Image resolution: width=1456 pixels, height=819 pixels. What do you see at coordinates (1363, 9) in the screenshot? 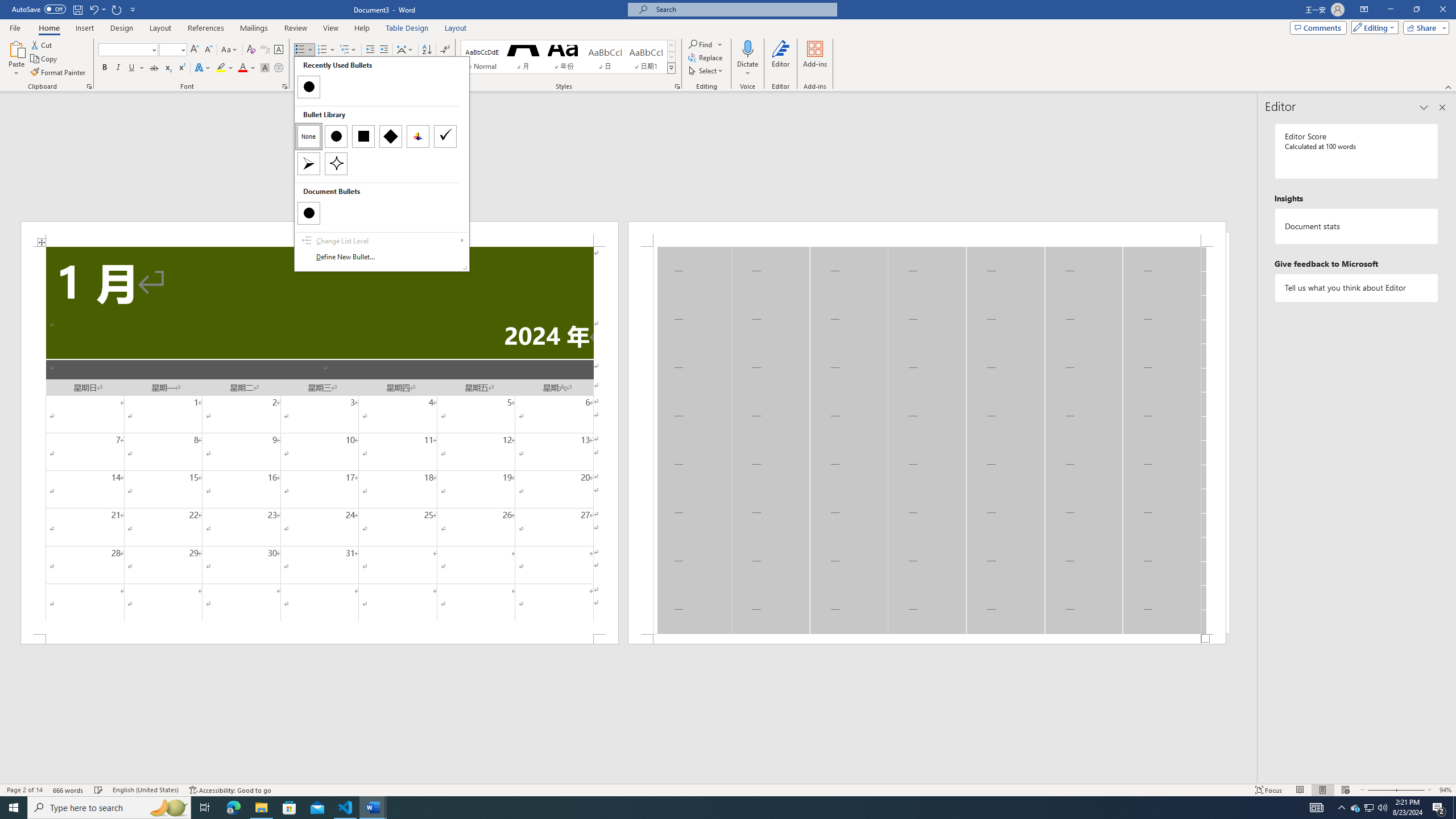
I see `'Ribbon Display Options'` at bounding box center [1363, 9].